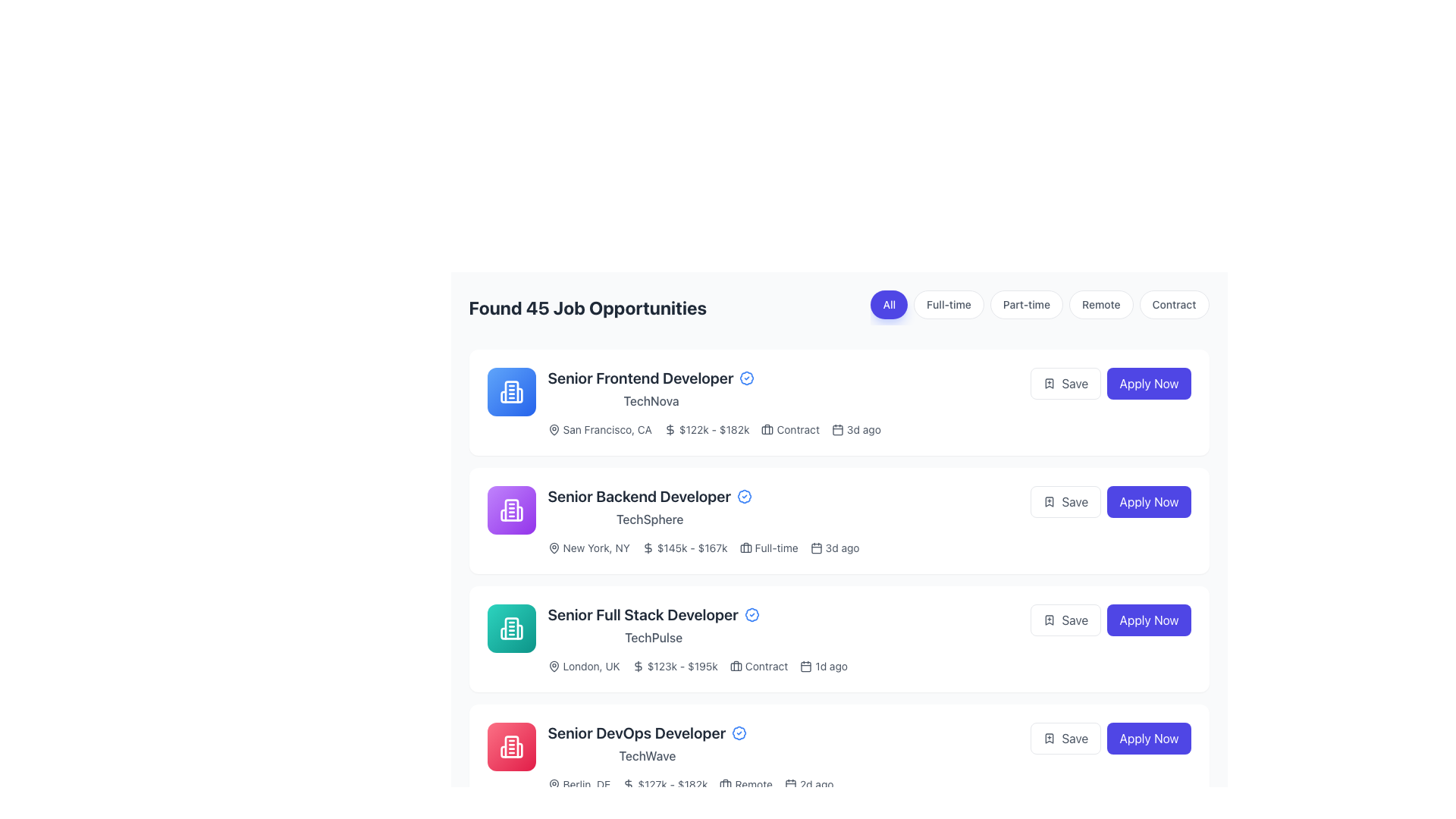 This screenshot has height=819, width=1456. What do you see at coordinates (647, 733) in the screenshot?
I see `the bold text header 'Senior DevOps Developer'` at bounding box center [647, 733].